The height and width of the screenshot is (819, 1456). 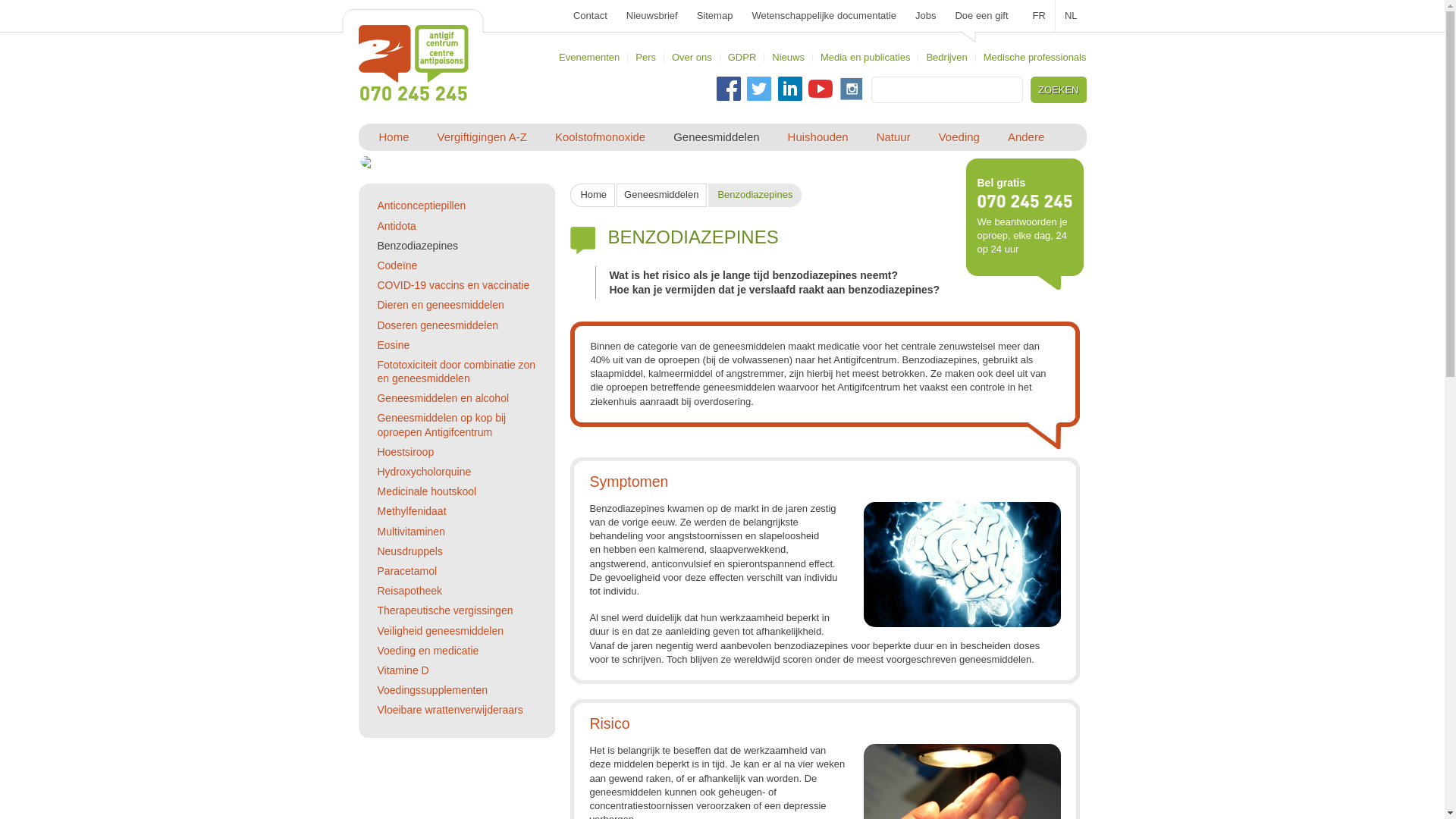 What do you see at coordinates (959, 137) in the screenshot?
I see `'Voeding'` at bounding box center [959, 137].